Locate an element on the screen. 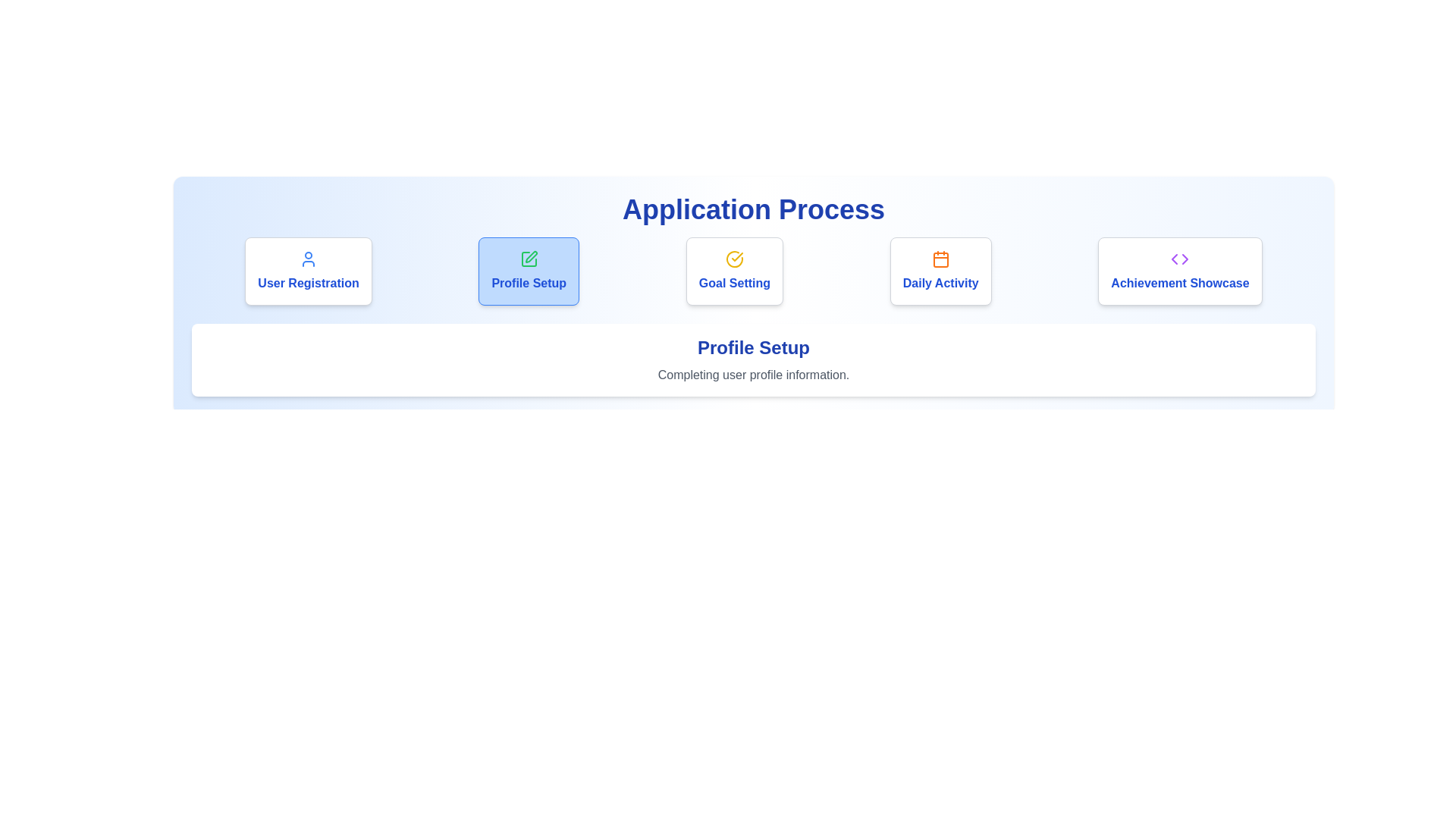 Image resolution: width=1456 pixels, height=819 pixels. the details of the 'Daily Activity' icon, which serves as a visual indicator for the calendar or schedule section is located at coordinates (940, 259).